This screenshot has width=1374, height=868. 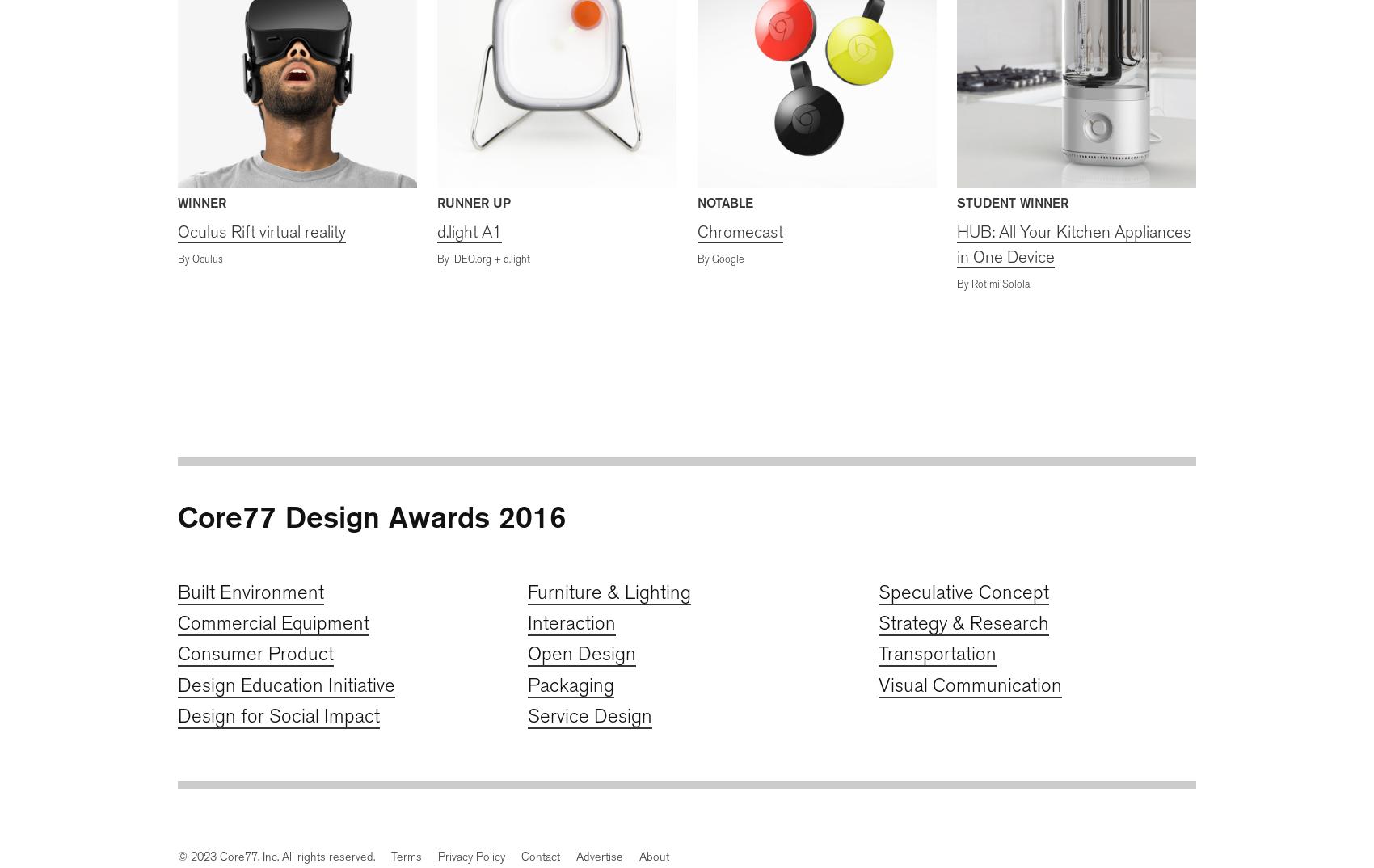 What do you see at coordinates (277, 715) in the screenshot?
I see `'Design for Social Impact'` at bounding box center [277, 715].